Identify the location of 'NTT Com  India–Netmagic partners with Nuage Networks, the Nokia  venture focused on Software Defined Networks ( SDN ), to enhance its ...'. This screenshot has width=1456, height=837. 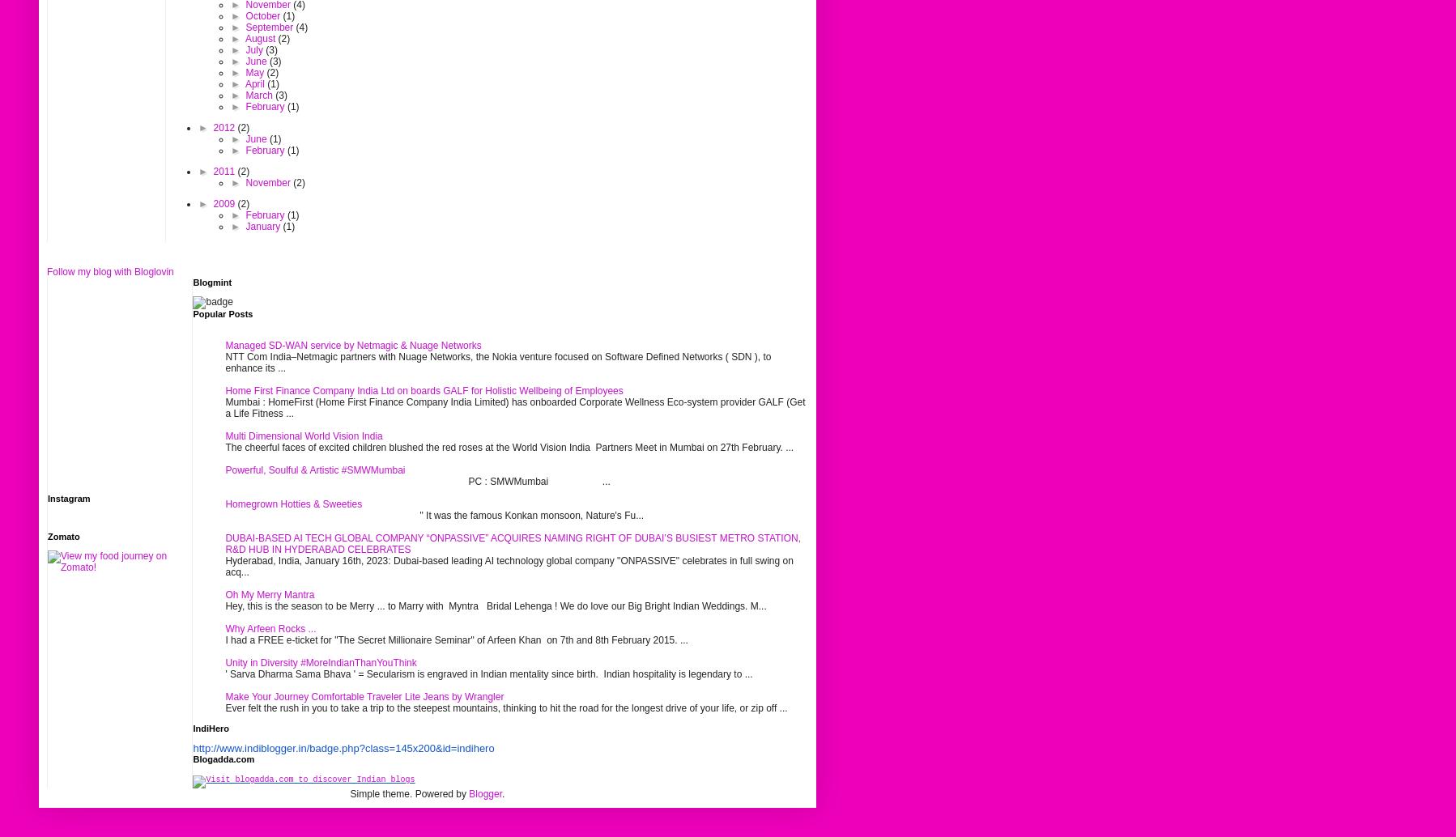
(224, 362).